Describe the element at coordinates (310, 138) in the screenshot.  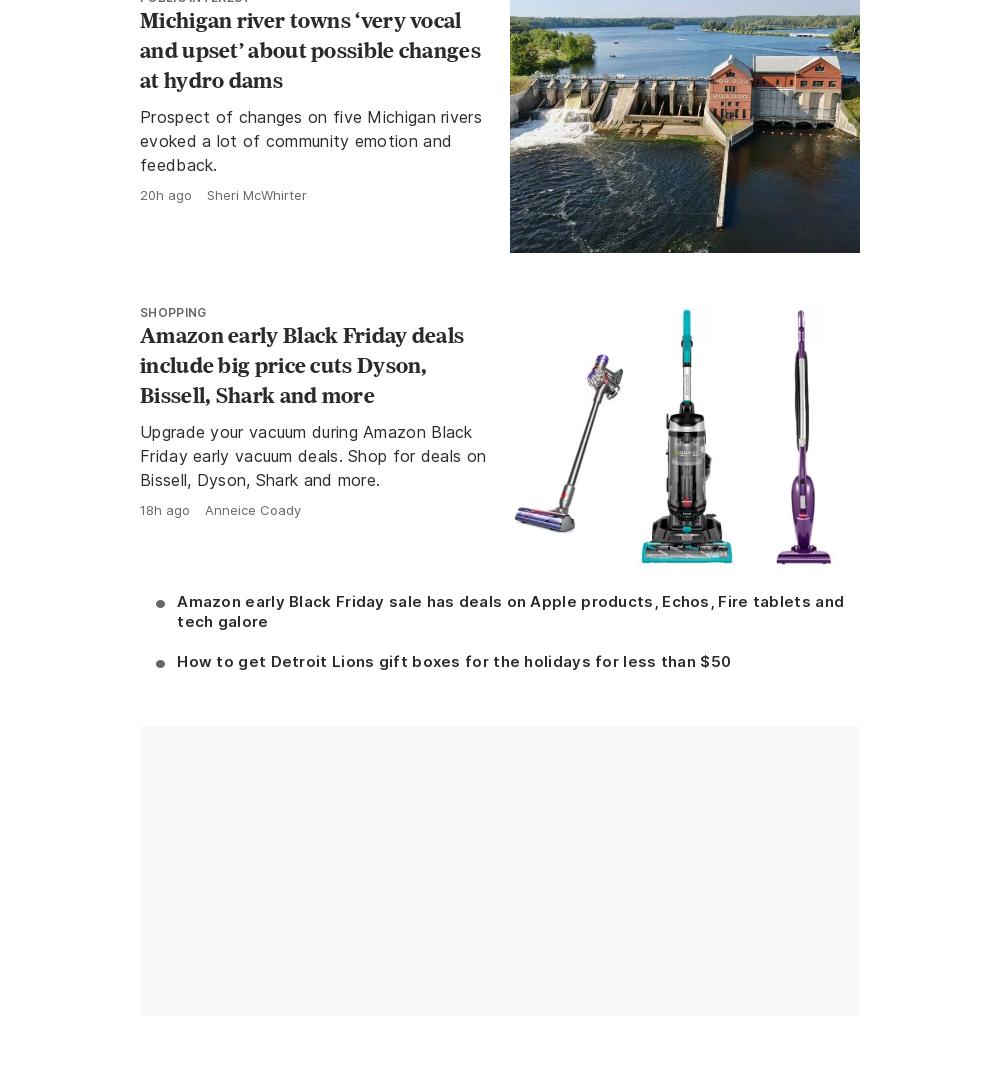
I see `'Prospect of changes on five Michigan rivers evoked a lot of community emotion and feedback.'` at that location.